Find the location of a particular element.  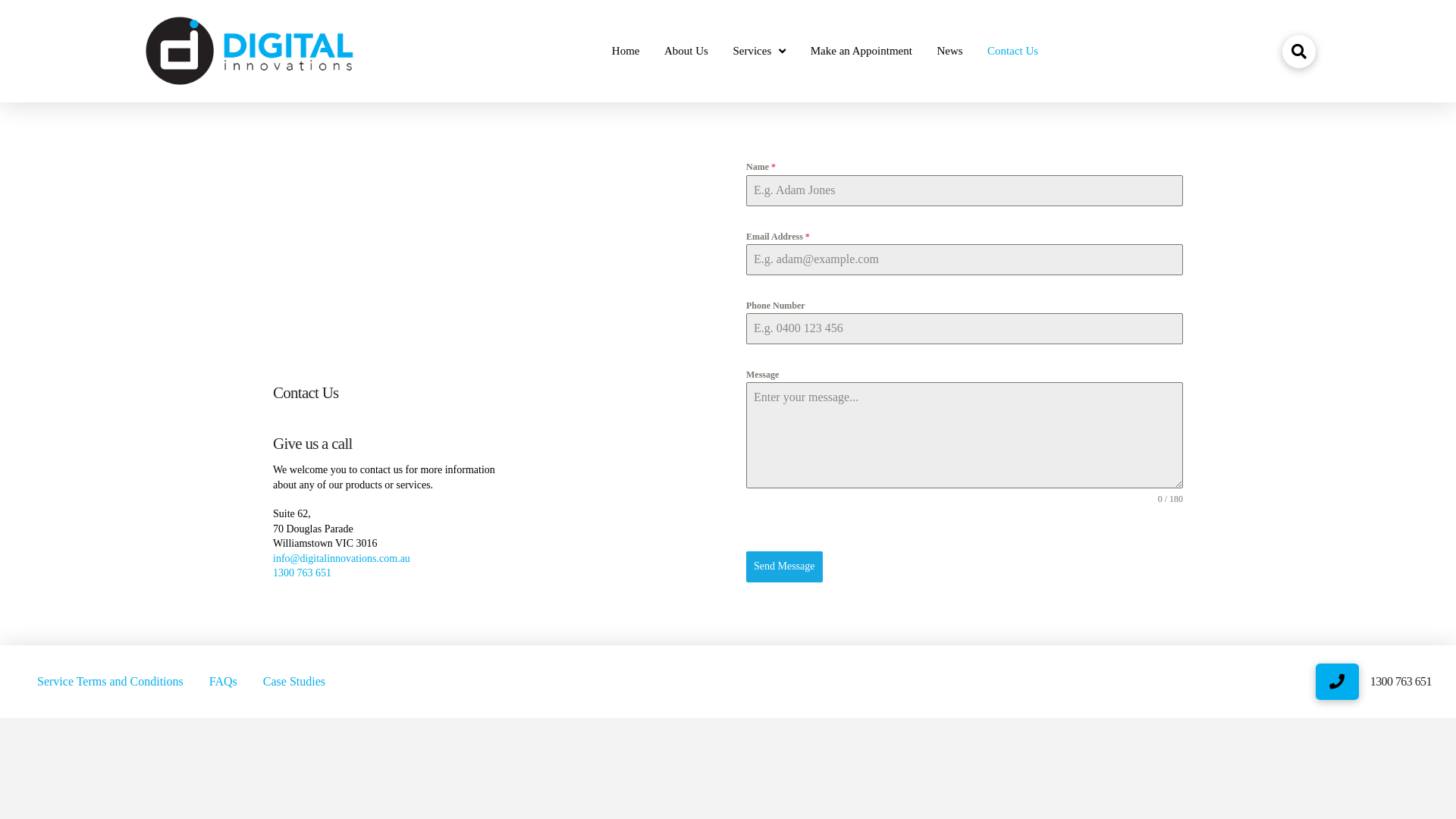

'About Us' is located at coordinates (686, 51).